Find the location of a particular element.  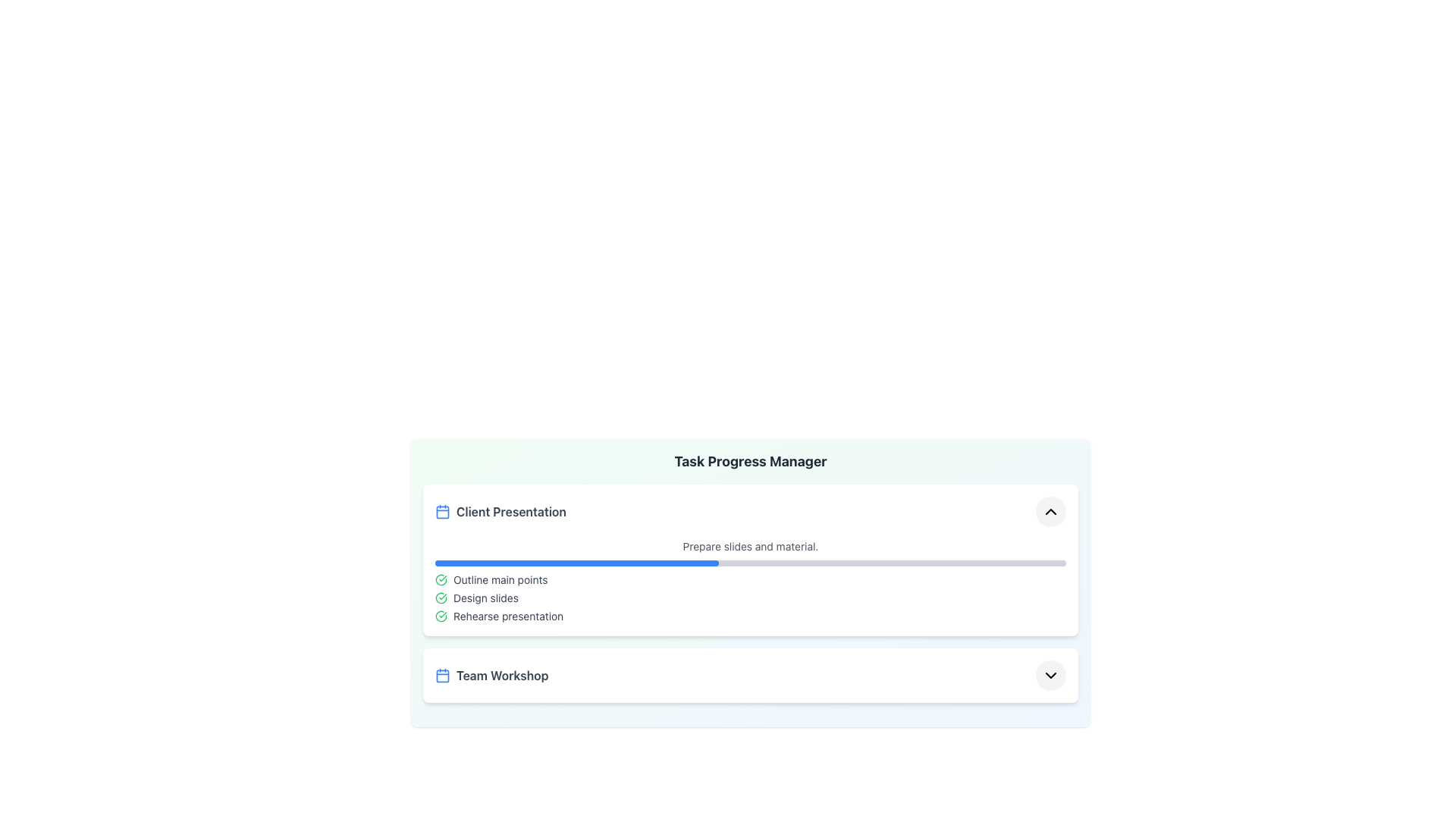

the Progress Bar located in the 'Prepare slides and material' section, which visually represents the progress of a task or goal is located at coordinates (750, 563).